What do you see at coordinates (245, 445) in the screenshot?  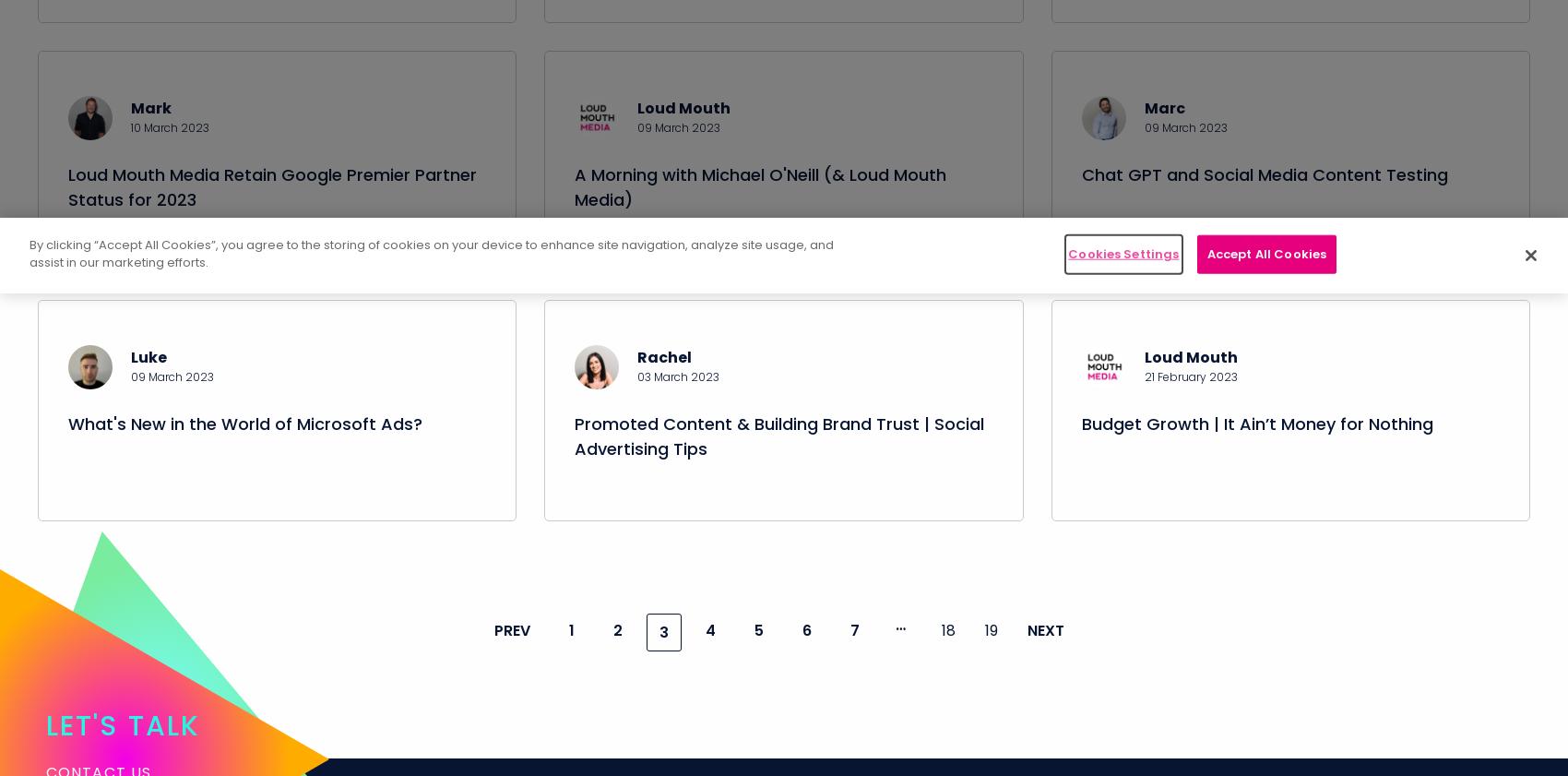 I see `'What's New in the World of Microsoft Ads?'` at bounding box center [245, 445].